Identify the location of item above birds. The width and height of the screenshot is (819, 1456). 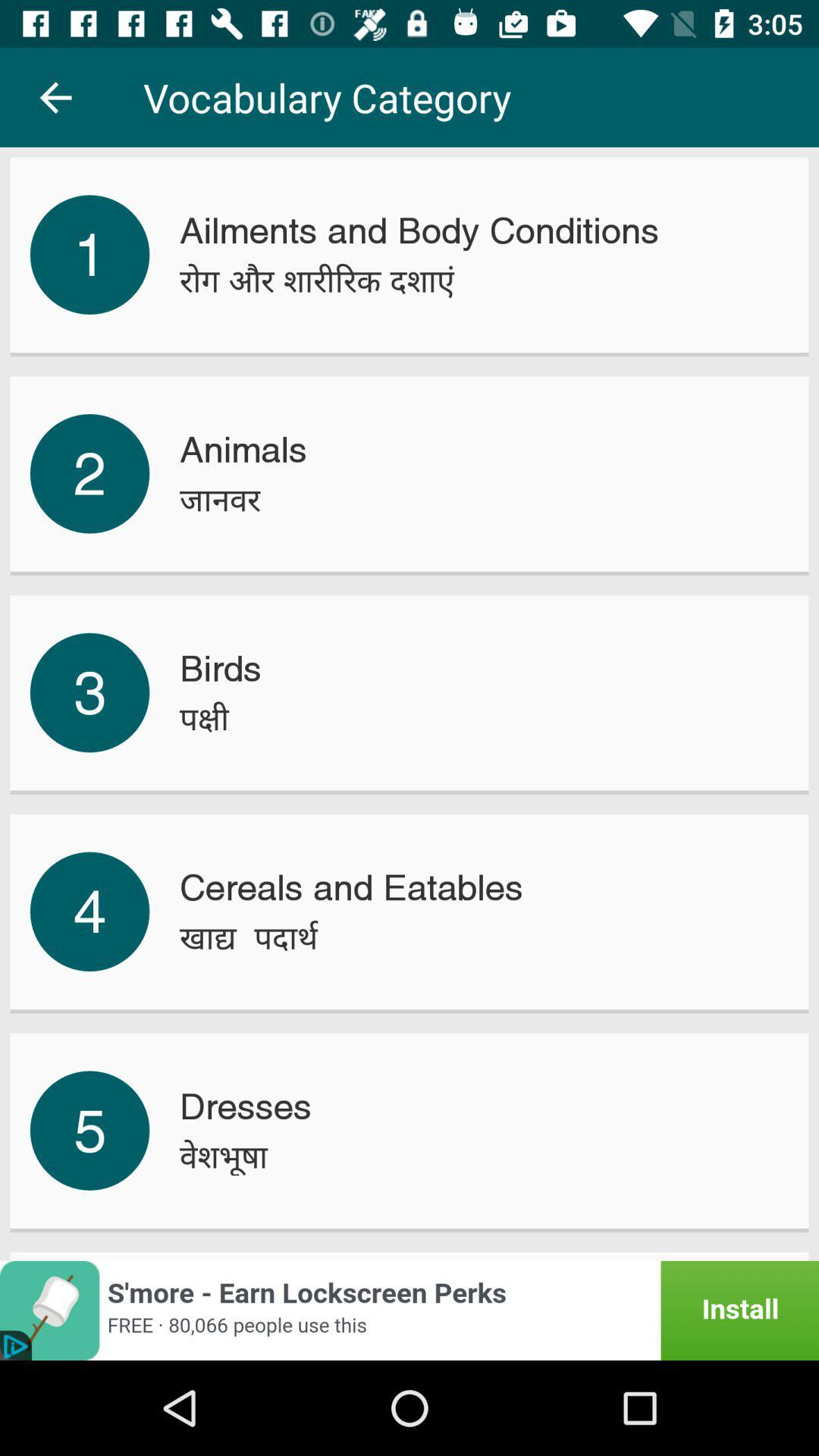
(220, 500).